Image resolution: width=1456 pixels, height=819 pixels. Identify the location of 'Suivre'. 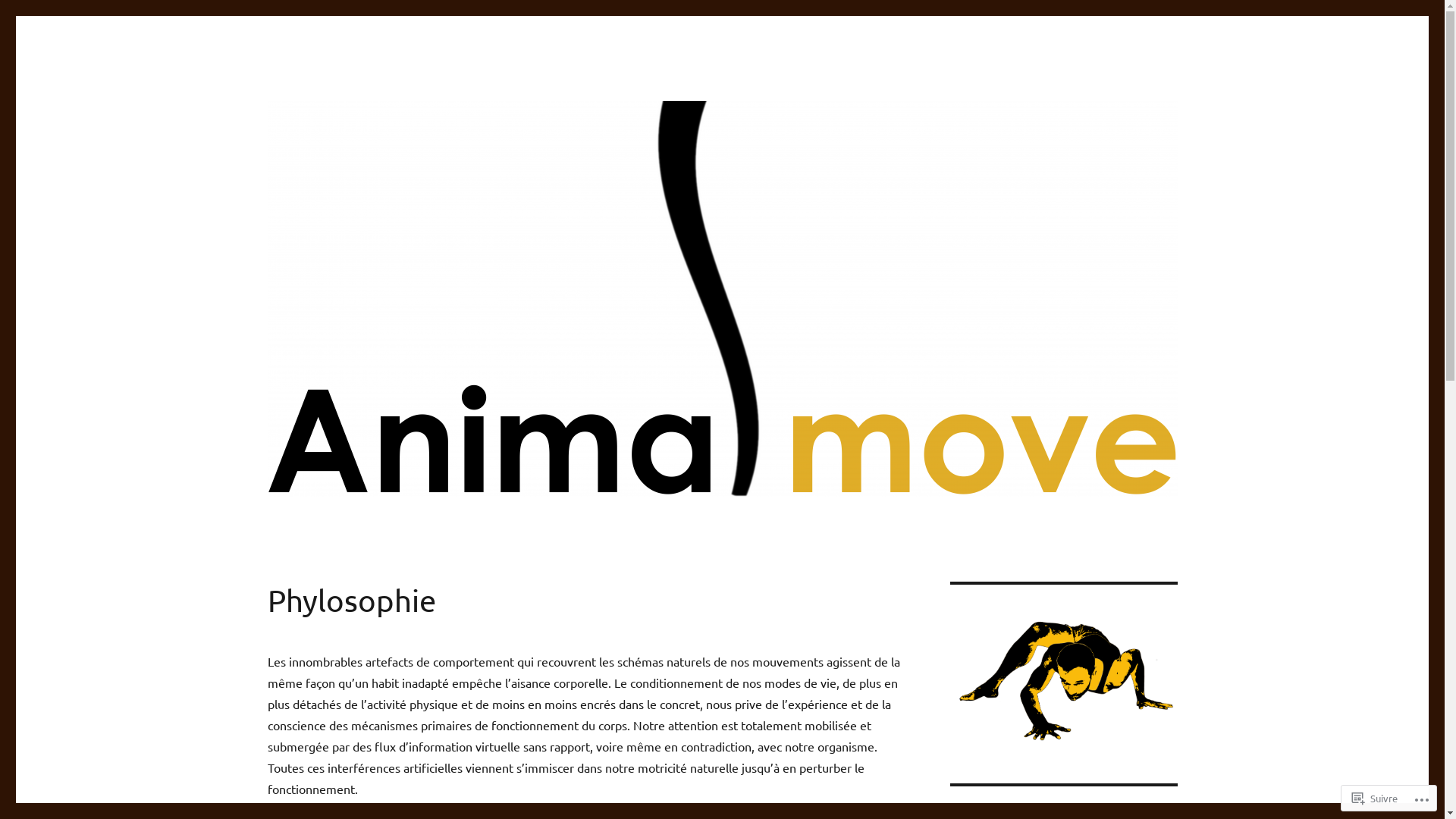
(1346, 797).